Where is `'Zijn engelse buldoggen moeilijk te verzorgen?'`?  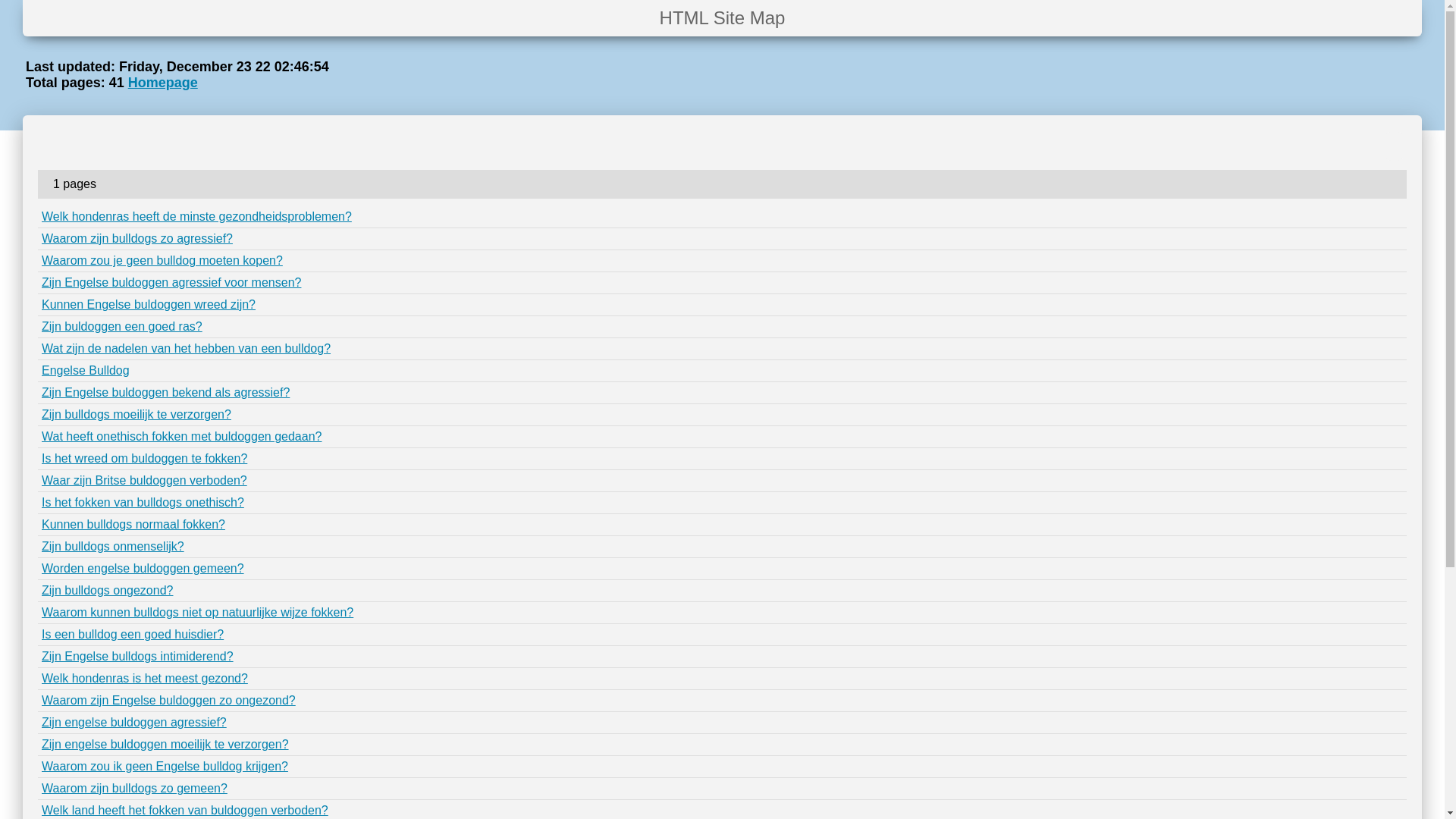 'Zijn engelse buldoggen moeilijk te verzorgen?' is located at coordinates (165, 743).